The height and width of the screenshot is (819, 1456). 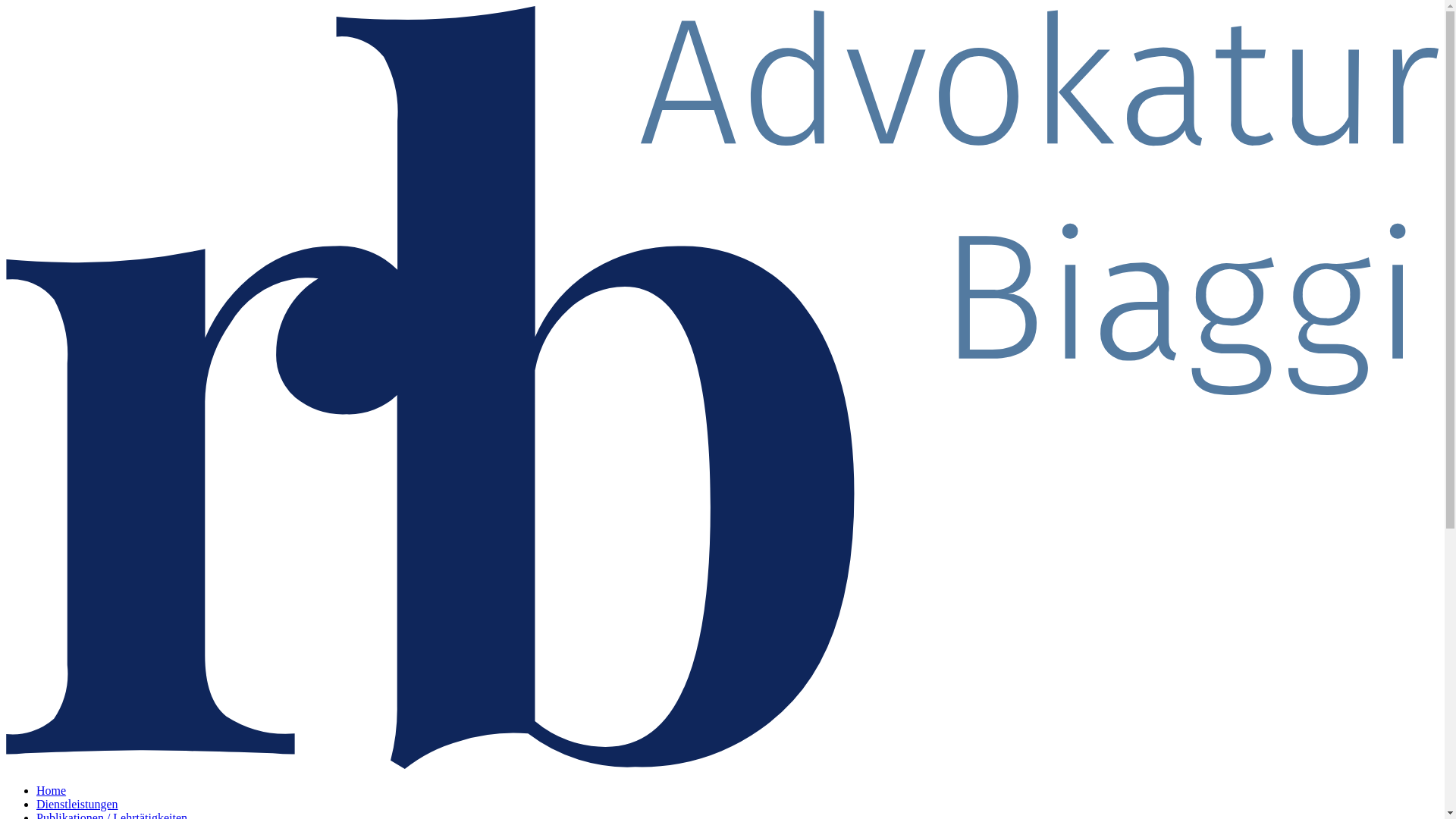 What do you see at coordinates (76, 803) in the screenshot?
I see `'Dienstleistungen'` at bounding box center [76, 803].